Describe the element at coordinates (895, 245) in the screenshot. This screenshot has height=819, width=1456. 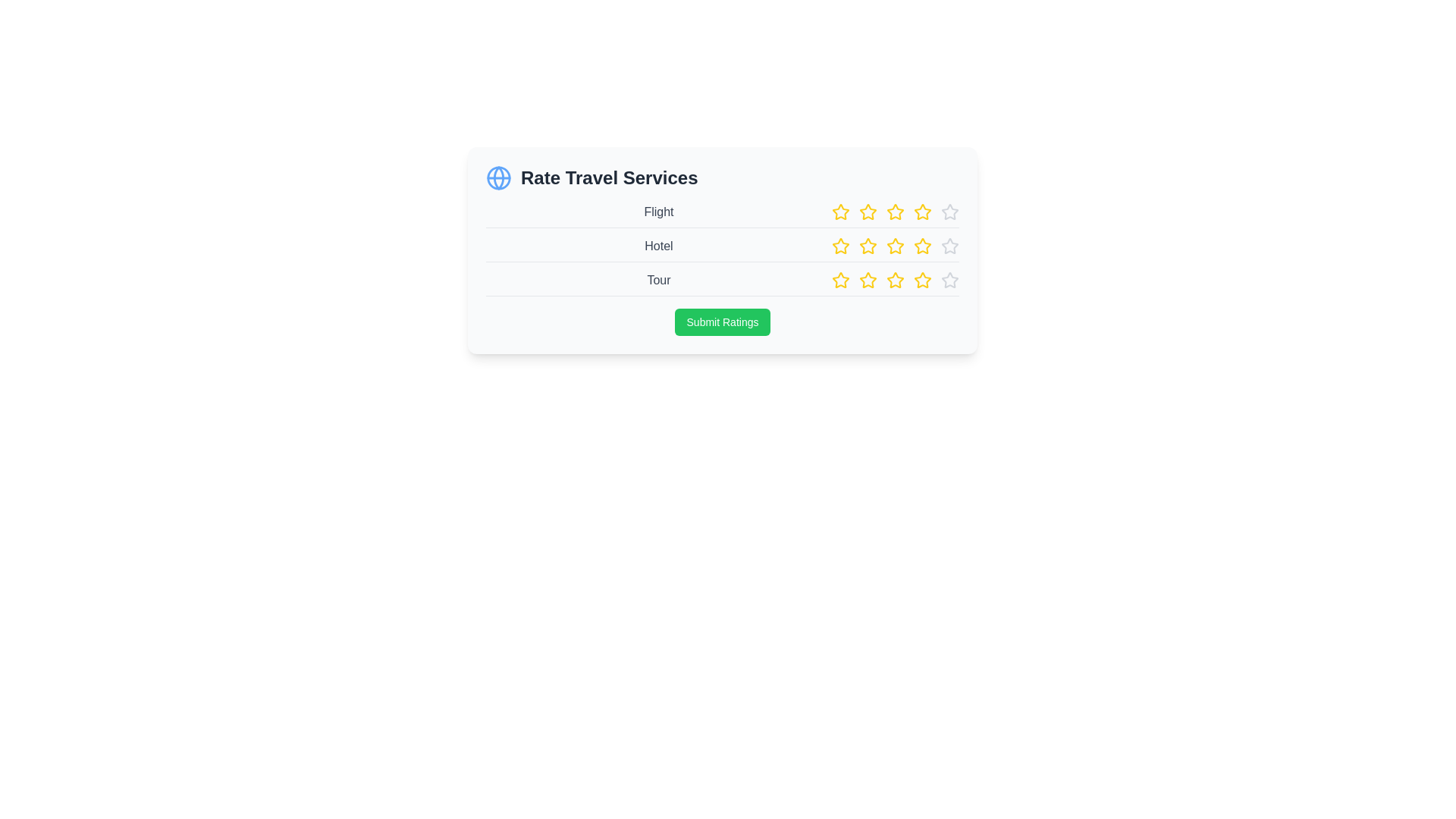
I see `the star in the rating component labeled 'Hotel' in the third row under 'Rate Travel Services'` at that location.